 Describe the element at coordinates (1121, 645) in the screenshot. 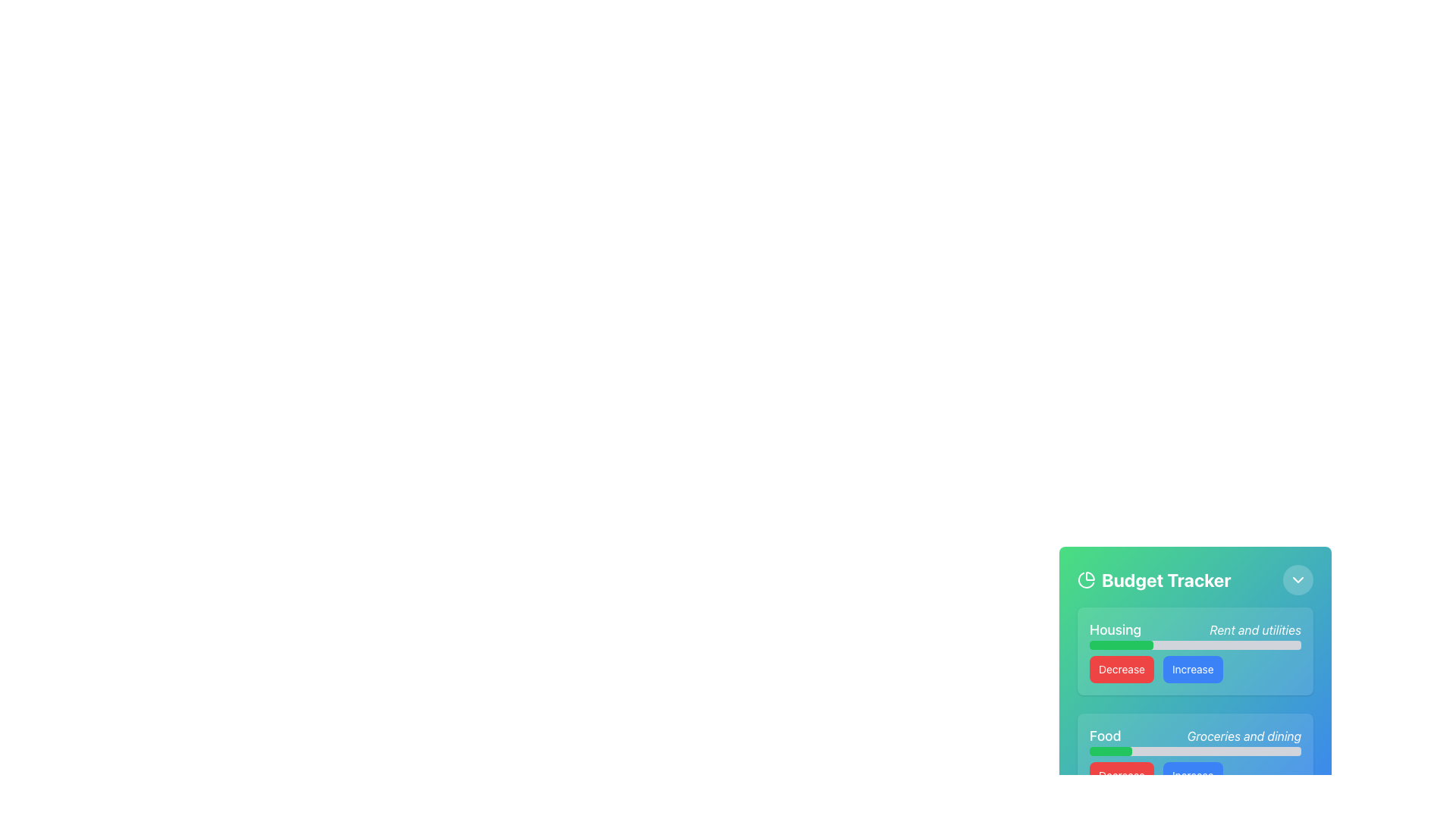

I see `the Progress Bar that visually represents the progress or completion percentage of the 'Housing' data context` at that location.